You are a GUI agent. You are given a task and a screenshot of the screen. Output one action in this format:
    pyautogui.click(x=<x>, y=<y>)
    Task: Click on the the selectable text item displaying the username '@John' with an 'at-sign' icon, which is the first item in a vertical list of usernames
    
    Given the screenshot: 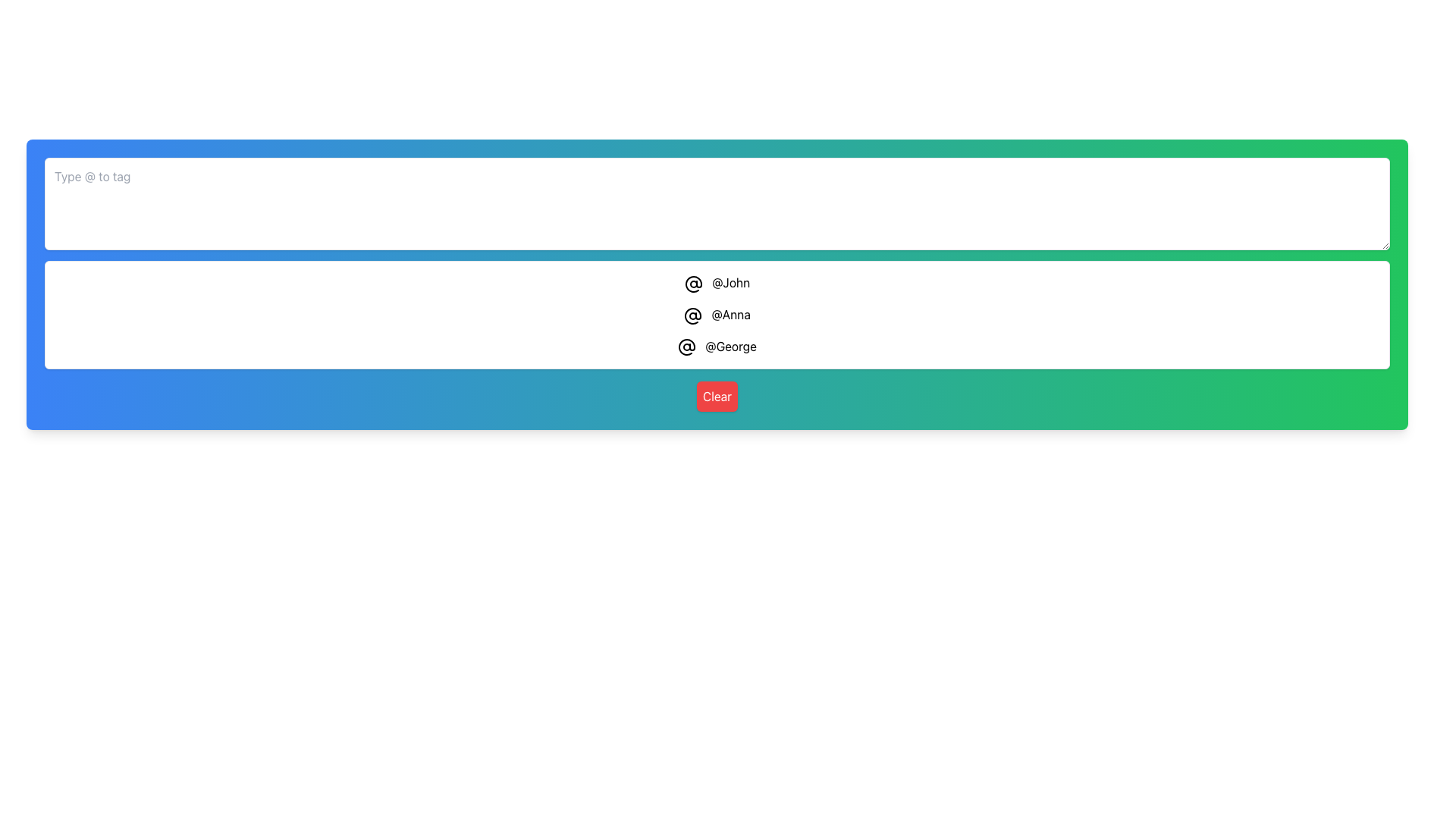 What is the action you would take?
    pyautogui.click(x=716, y=283)
    